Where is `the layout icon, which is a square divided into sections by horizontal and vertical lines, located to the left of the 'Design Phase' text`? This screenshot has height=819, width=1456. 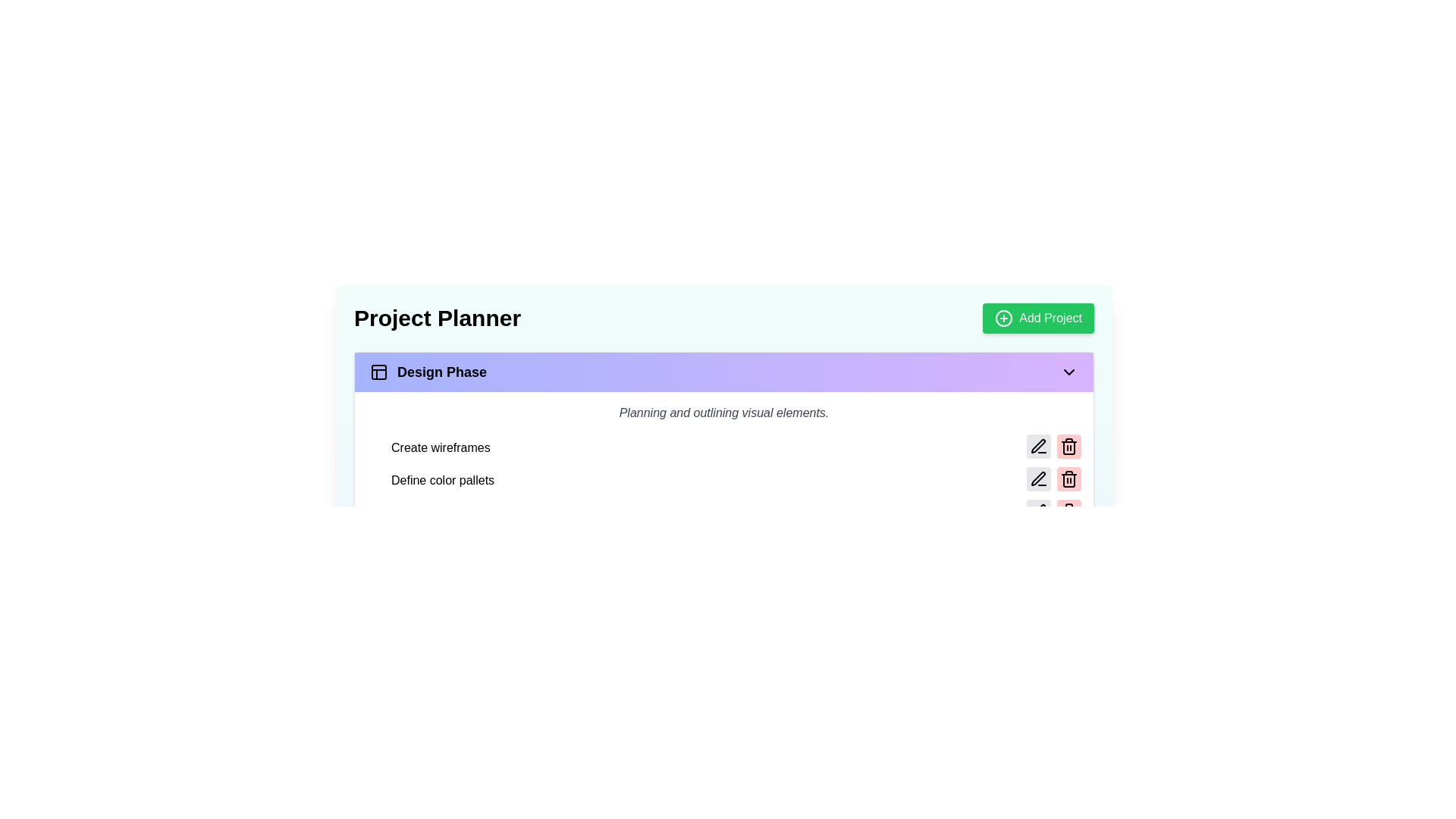 the layout icon, which is a square divided into sections by horizontal and vertical lines, located to the left of the 'Design Phase' text is located at coordinates (378, 372).